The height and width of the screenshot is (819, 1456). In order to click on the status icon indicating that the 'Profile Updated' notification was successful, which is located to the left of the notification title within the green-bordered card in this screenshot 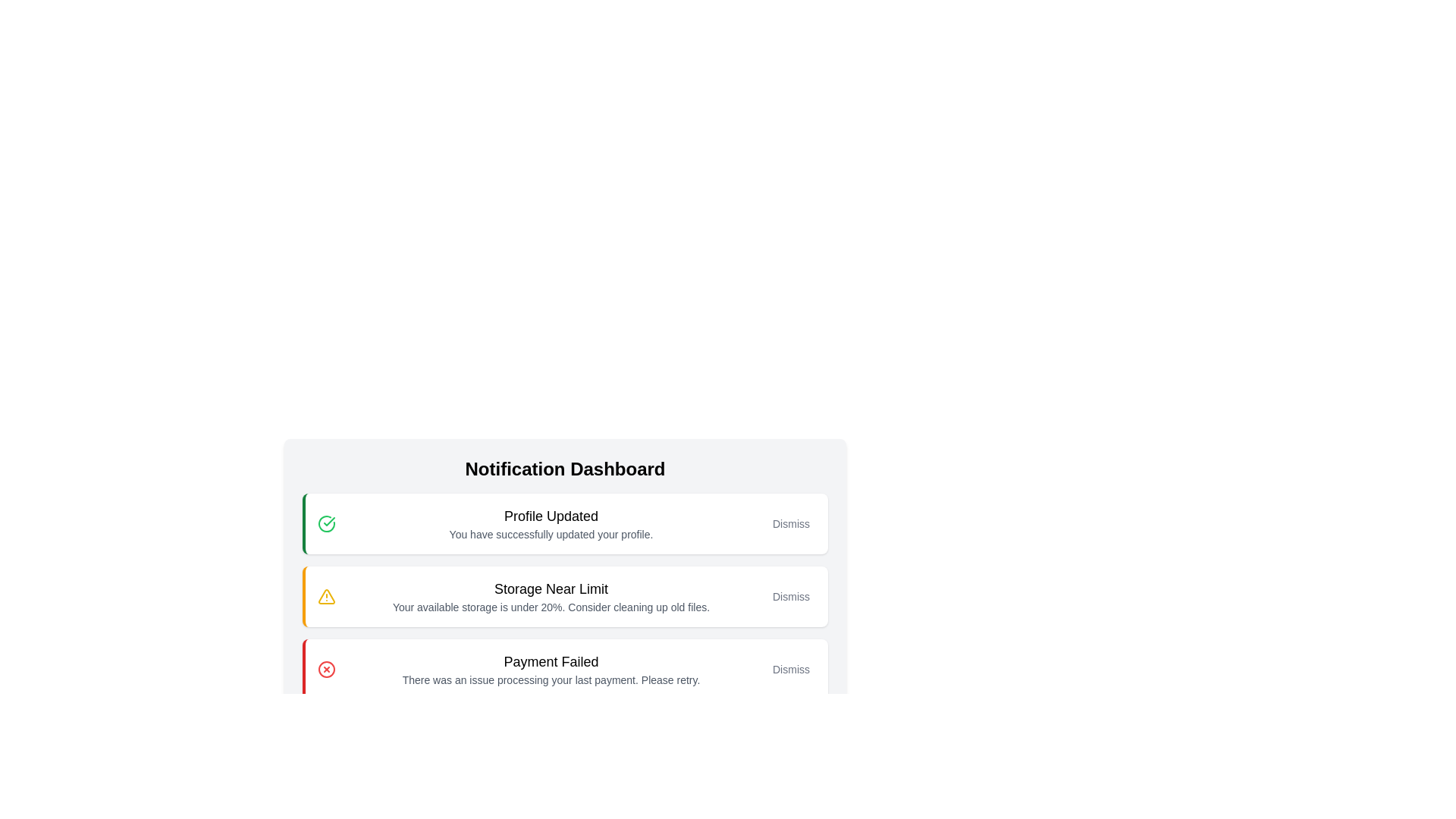, I will do `click(326, 522)`.